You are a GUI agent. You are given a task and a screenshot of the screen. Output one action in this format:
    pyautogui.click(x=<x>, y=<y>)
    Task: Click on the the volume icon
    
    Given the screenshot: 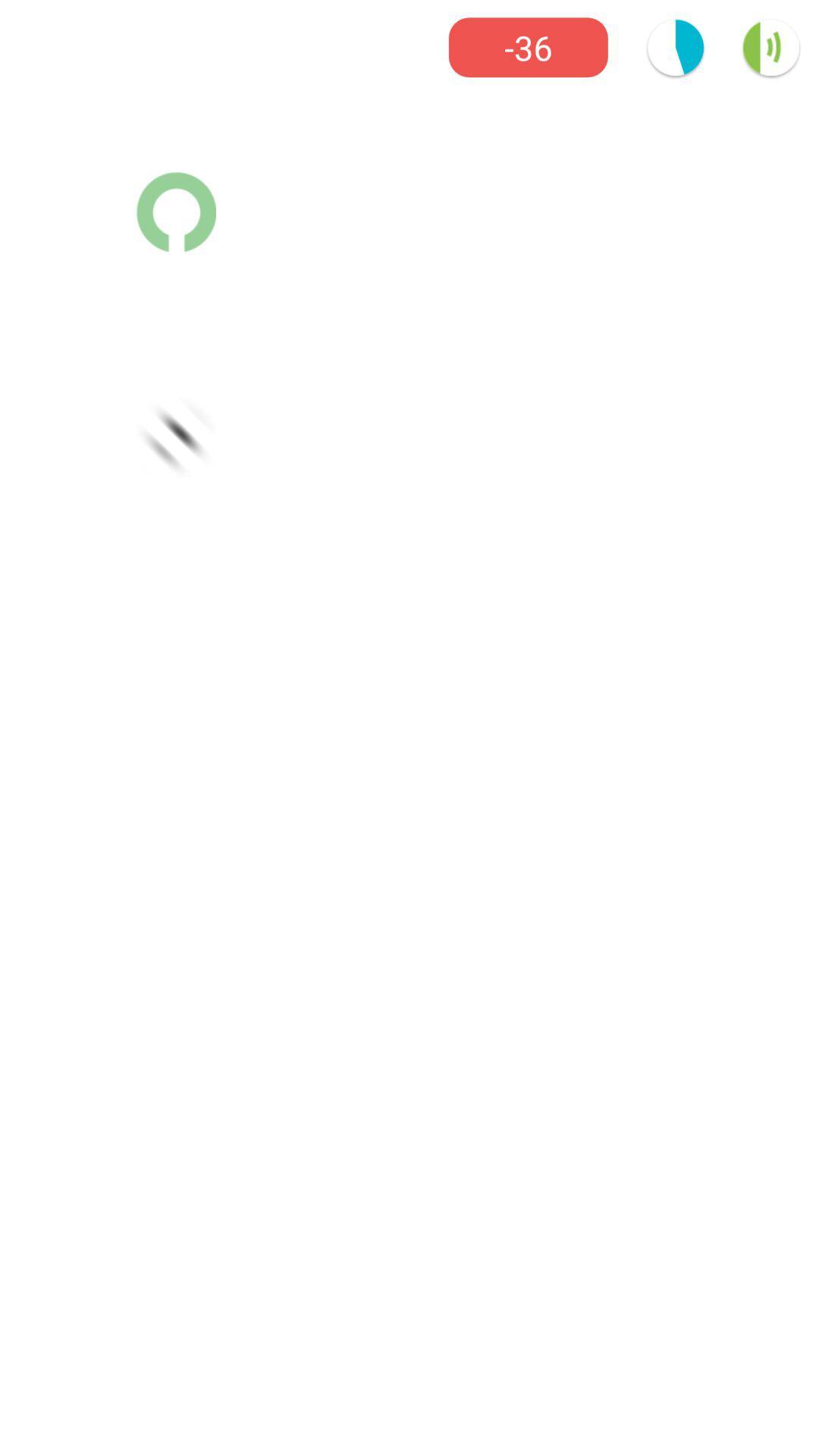 What is the action you would take?
    pyautogui.click(x=771, y=47)
    